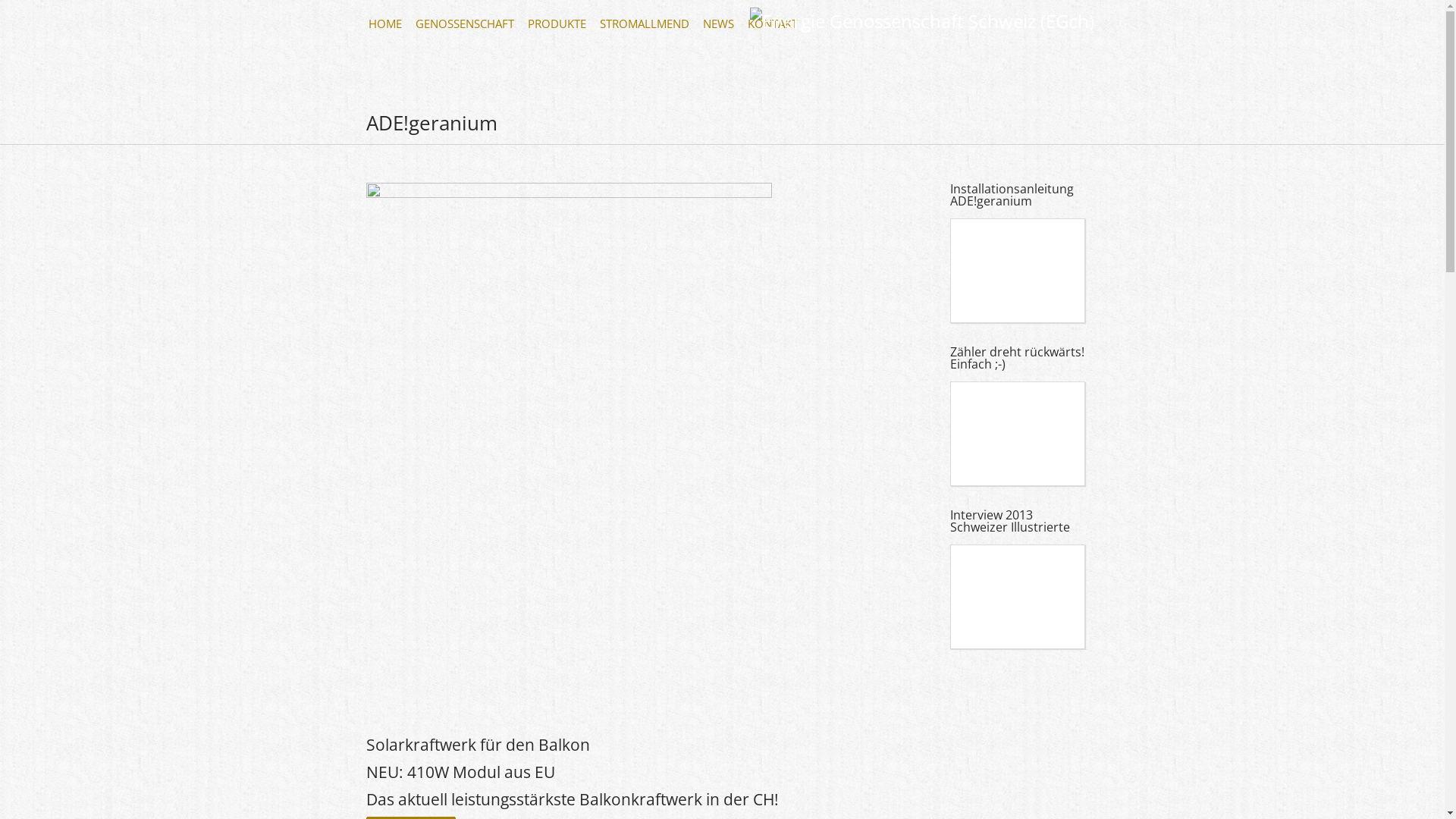  Describe the element at coordinates (920, 20) in the screenshot. I see `'Energie Genossenschaft Schweiz (EGch)'` at that location.